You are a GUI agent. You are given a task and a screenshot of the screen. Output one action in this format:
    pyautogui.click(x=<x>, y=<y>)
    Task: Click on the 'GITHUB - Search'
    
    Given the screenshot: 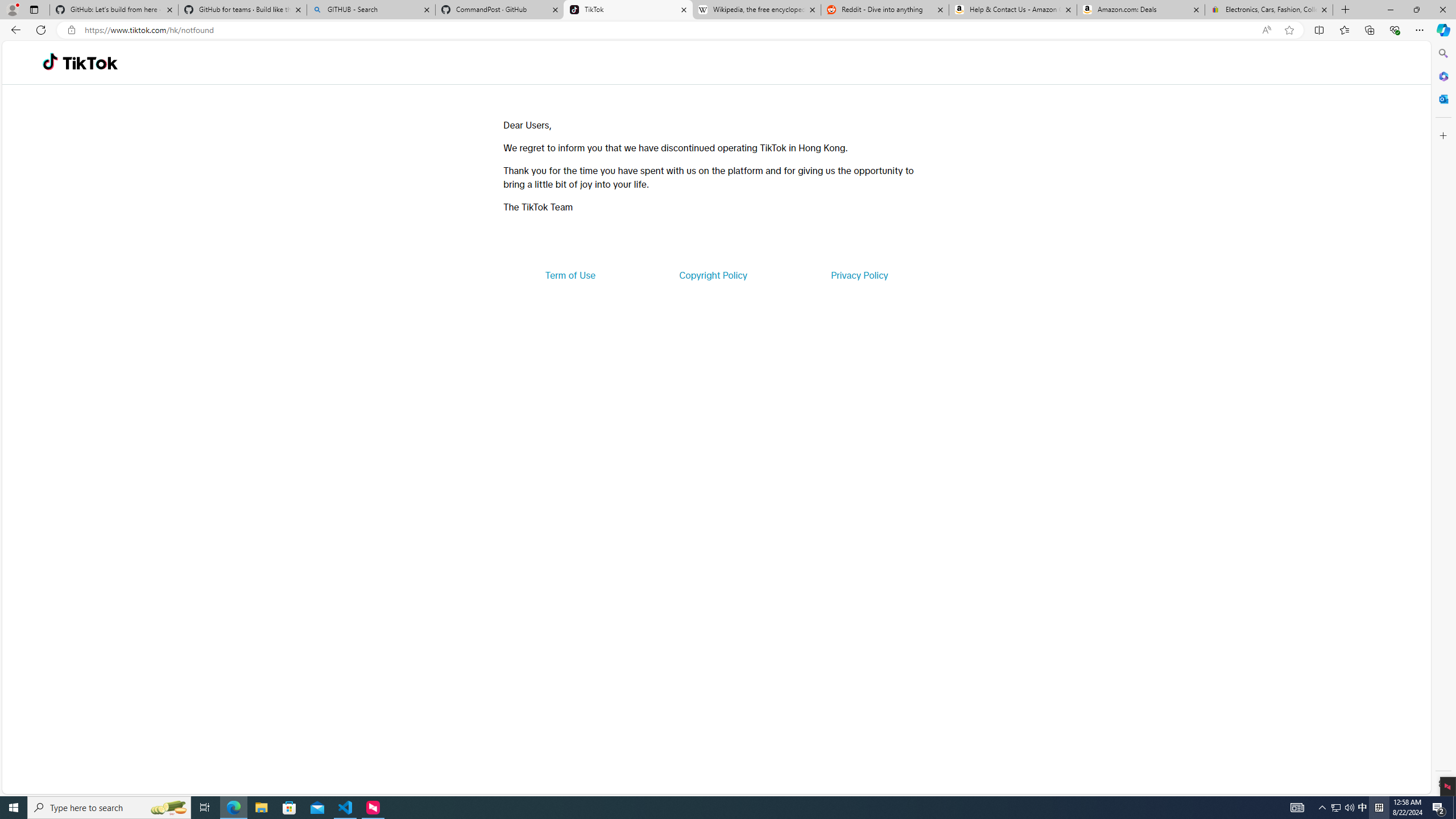 What is the action you would take?
    pyautogui.click(x=370, y=9)
    